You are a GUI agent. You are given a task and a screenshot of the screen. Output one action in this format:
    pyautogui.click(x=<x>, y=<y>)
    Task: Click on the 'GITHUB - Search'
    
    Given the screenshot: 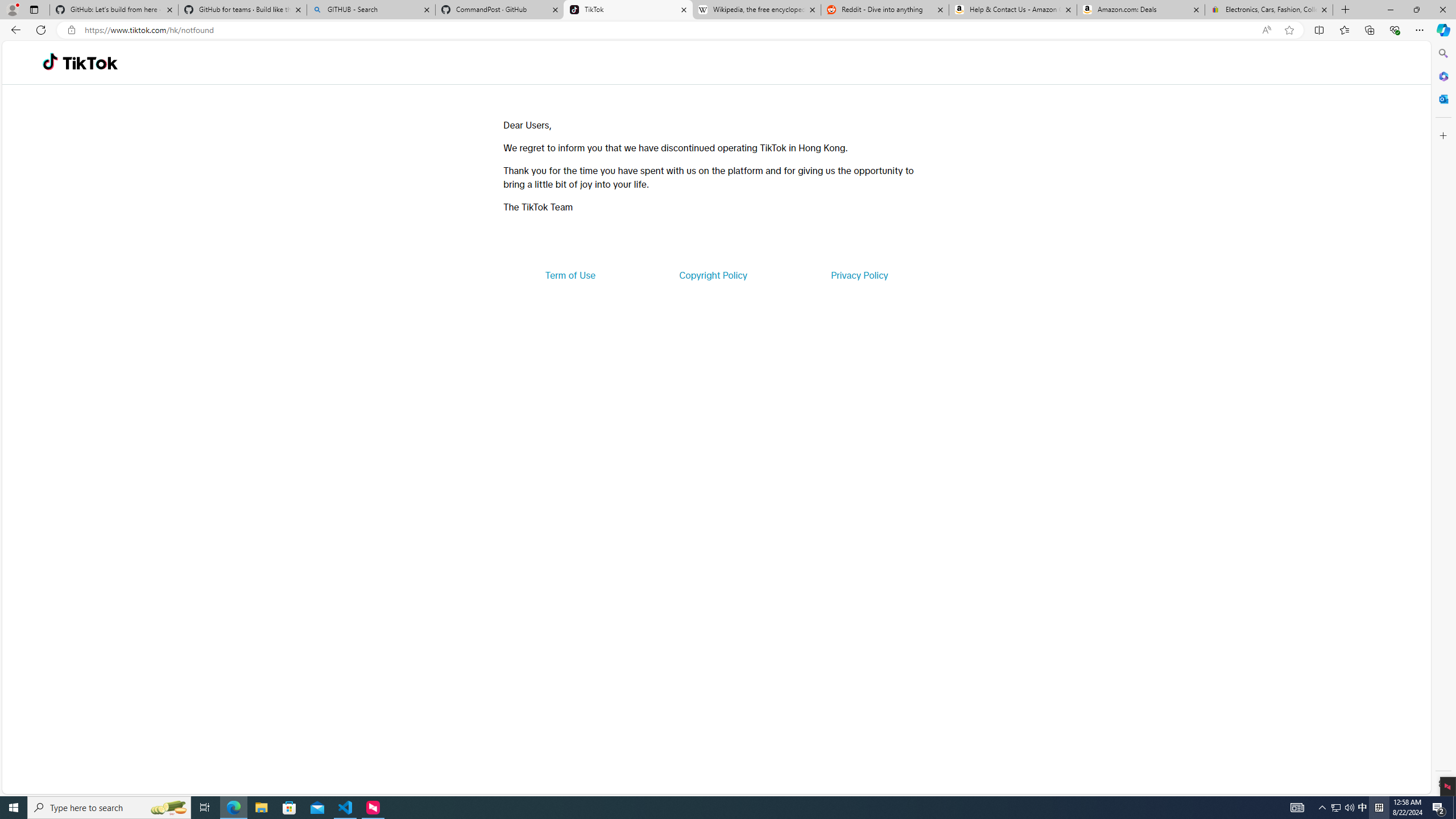 What is the action you would take?
    pyautogui.click(x=370, y=9)
    